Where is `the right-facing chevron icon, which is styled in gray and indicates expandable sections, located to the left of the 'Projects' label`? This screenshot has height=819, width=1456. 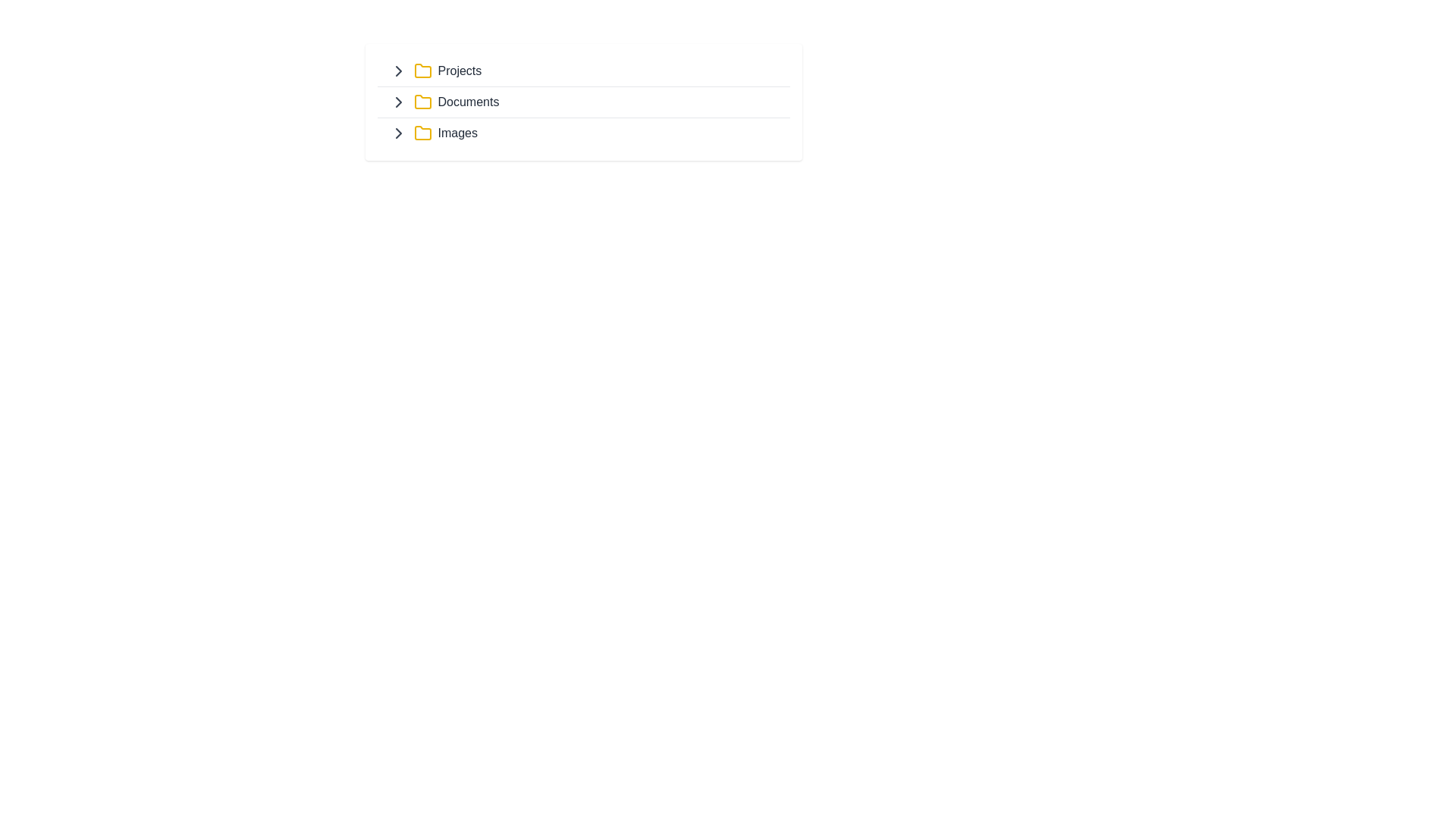
the right-facing chevron icon, which is styled in gray and indicates expandable sections, located to the left of the 'Projects' label is located at coordinates (398, 71).